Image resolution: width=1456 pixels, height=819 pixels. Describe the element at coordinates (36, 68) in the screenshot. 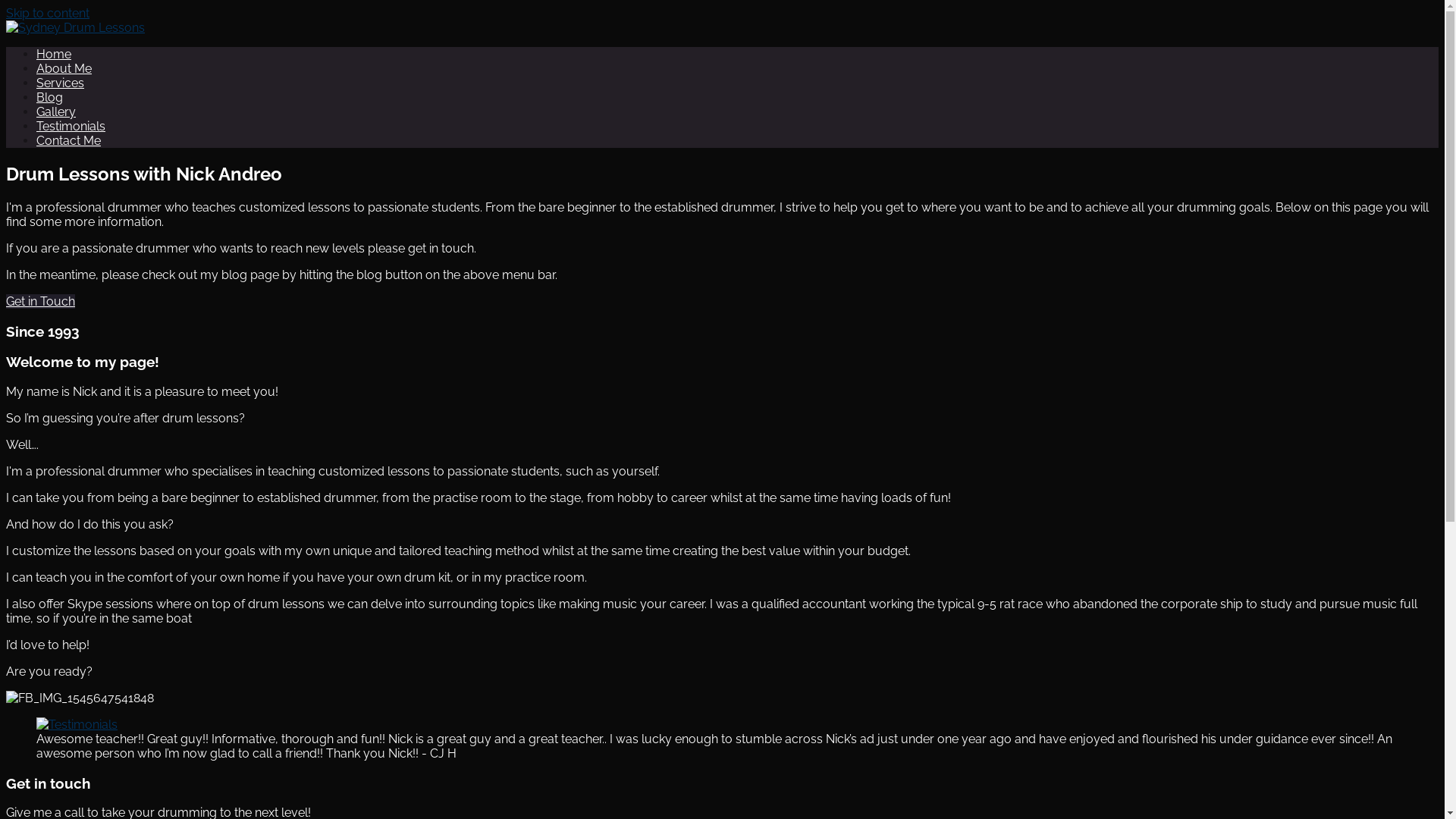

I see `'About Me'` at that location.